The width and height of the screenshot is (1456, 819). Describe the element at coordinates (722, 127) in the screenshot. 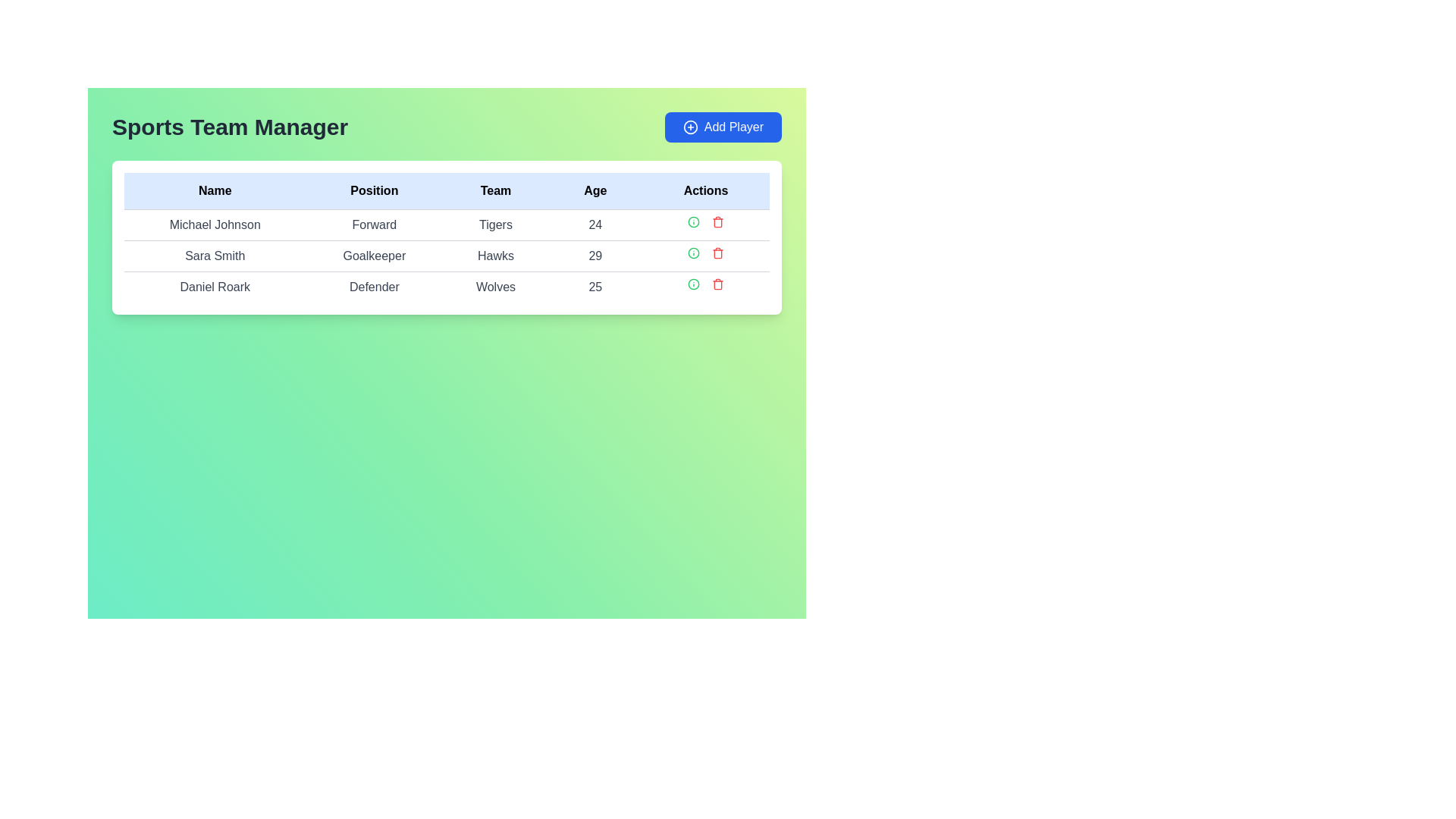

I see `the button to add a new player to the sports team, located in the top right corner next to the title 'Sports Team Manager'` at that location.